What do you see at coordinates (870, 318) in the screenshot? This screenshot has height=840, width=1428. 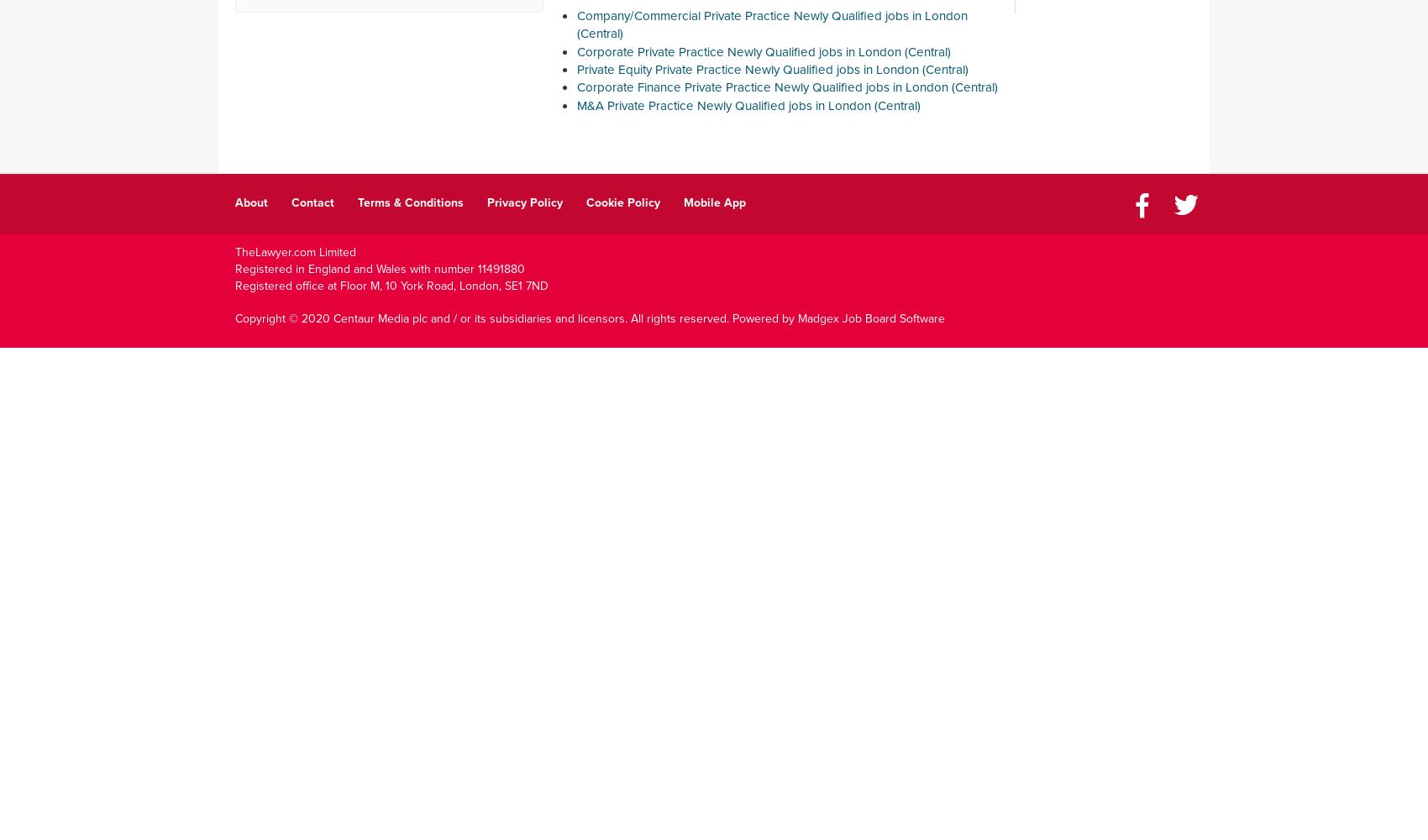 I see `'Madgex Job Board Software'` at bounding box center [870, 318].